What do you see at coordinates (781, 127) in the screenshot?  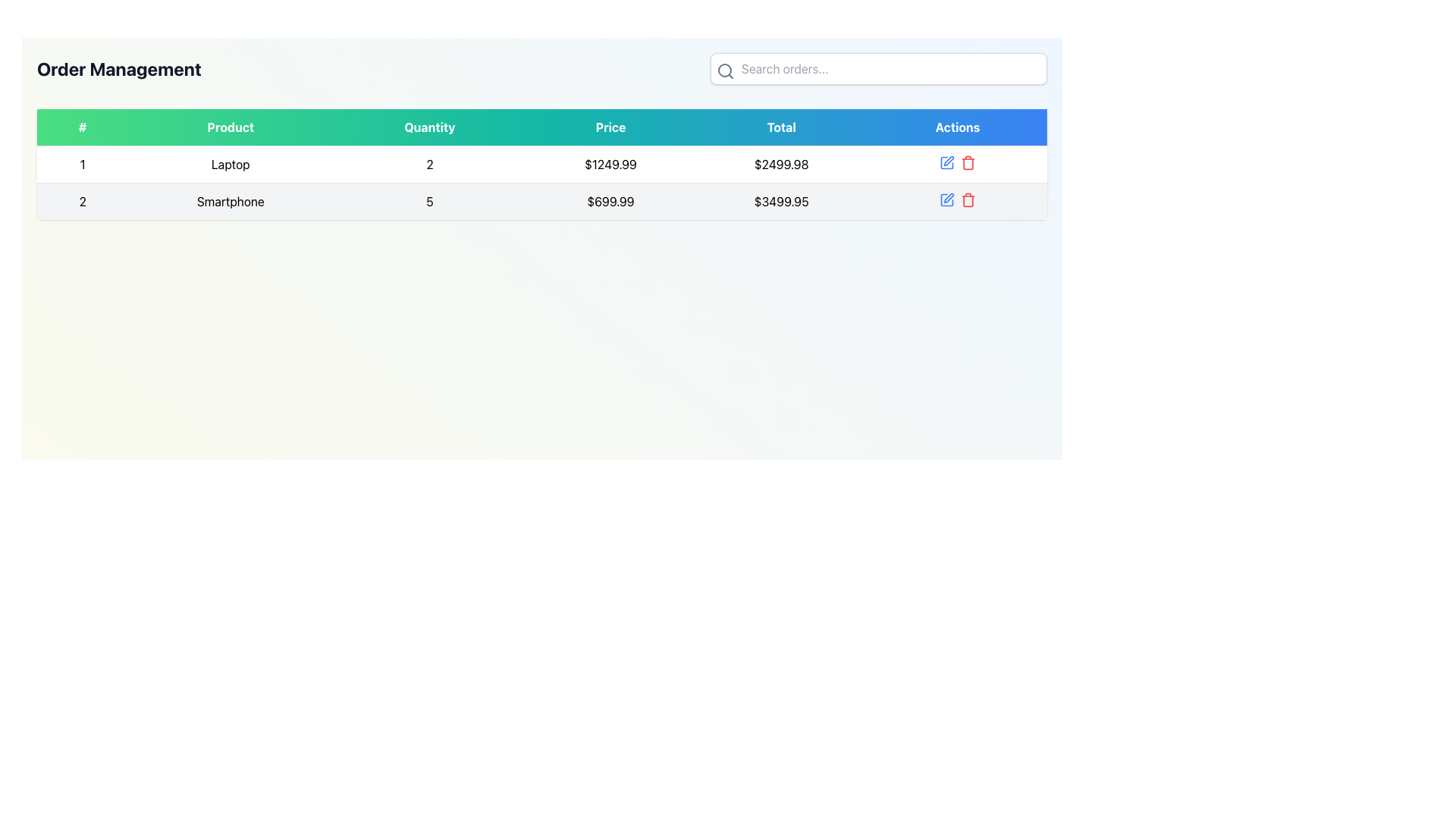 I see `the 'Total' text label, which is a bold sans-serif font centered within a blue rectangular background in the header of a structured data table` at bounding box center [781, 127].